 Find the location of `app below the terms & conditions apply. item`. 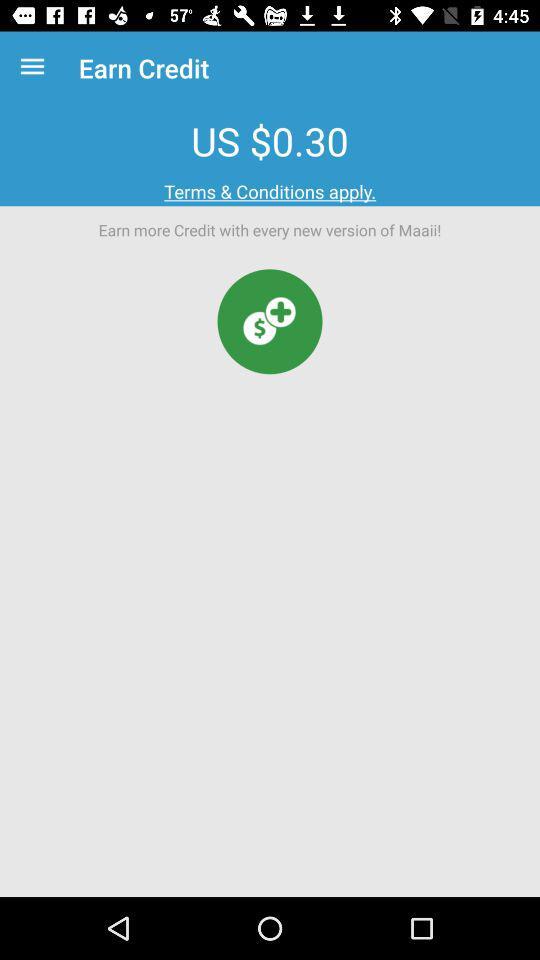

app below the terms & conditions apply. item is located at coordinates (270, 321).